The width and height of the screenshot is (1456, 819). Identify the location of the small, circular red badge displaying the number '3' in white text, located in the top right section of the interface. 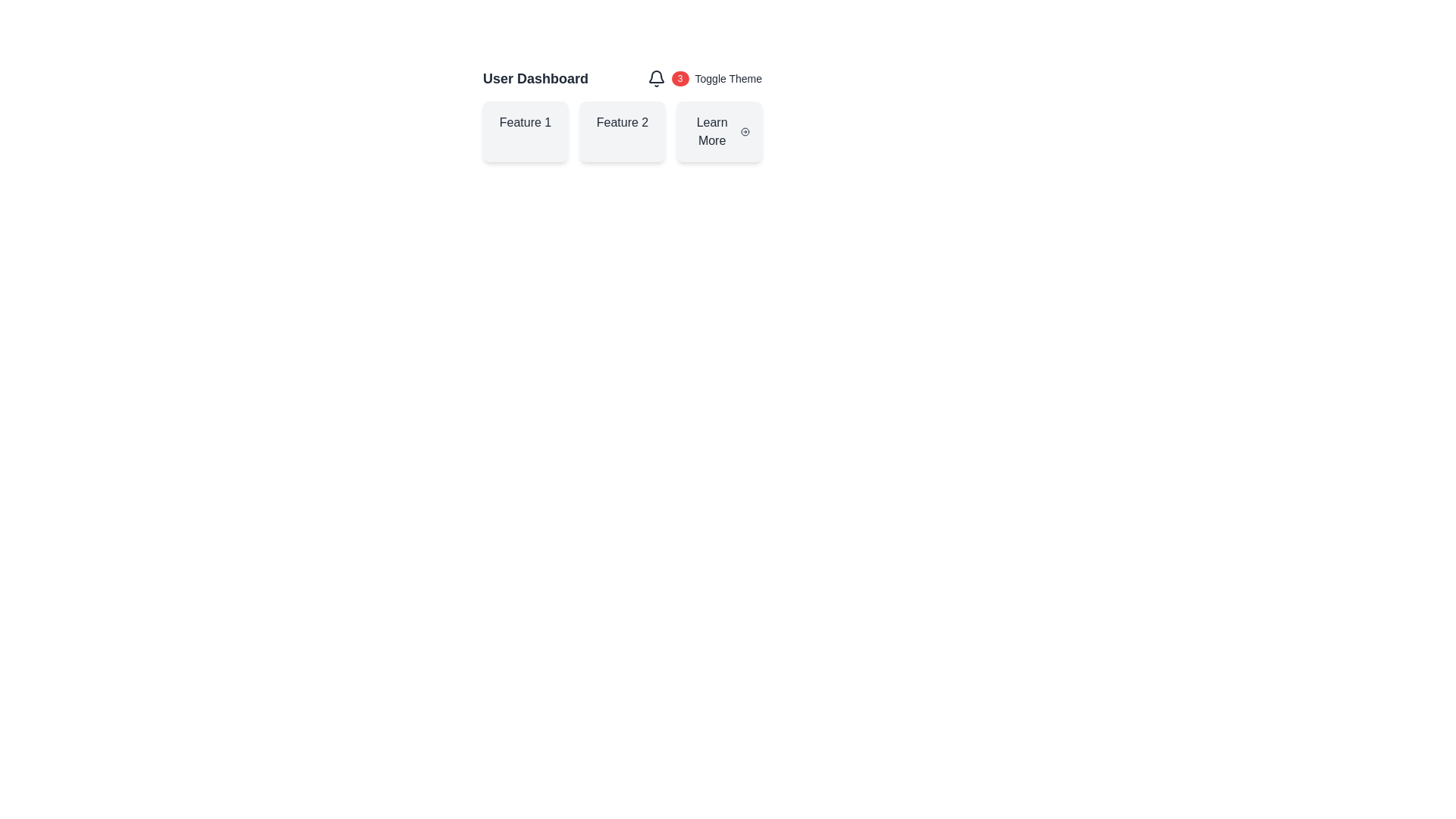
(679, 79).